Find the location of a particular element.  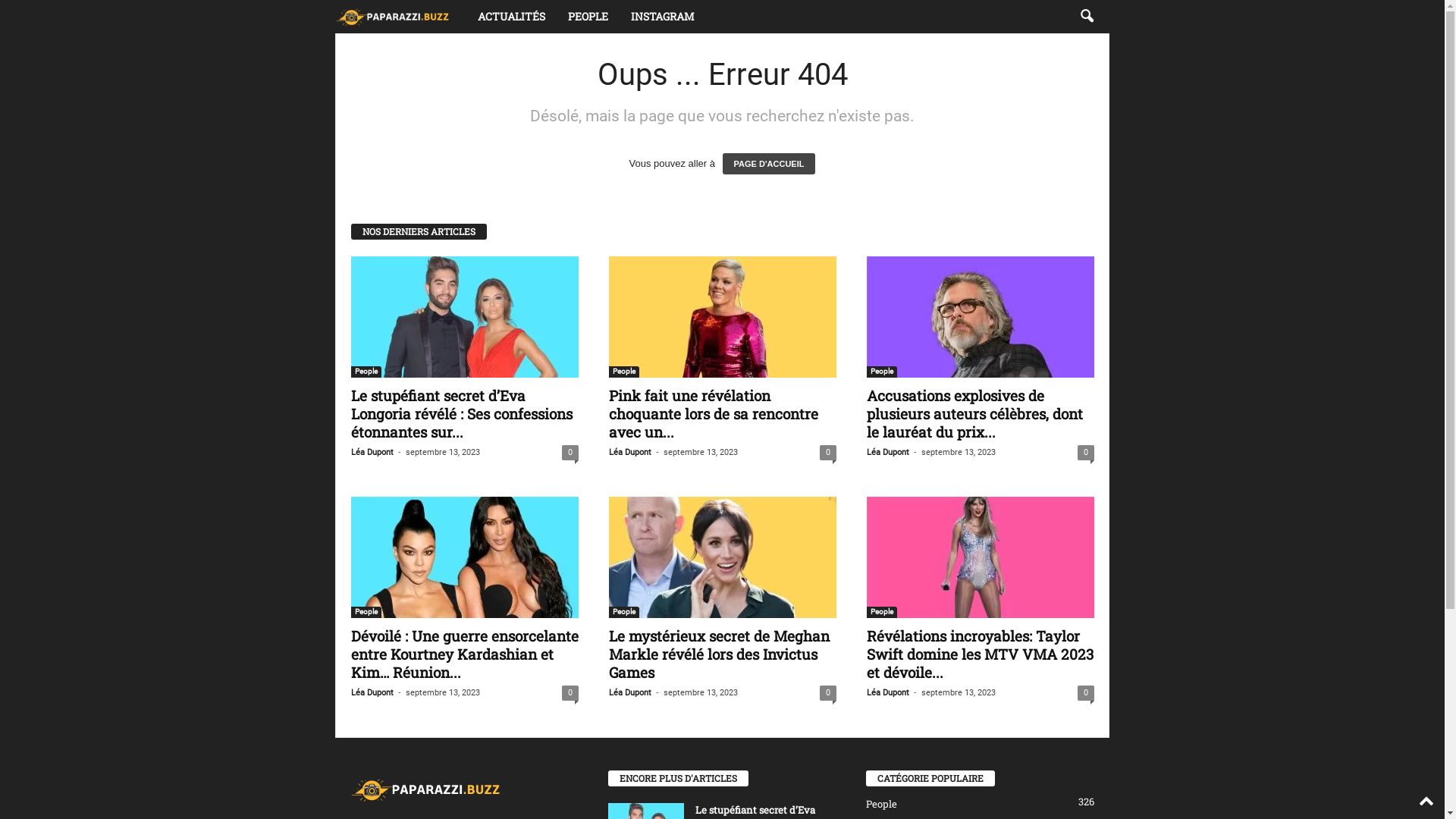

'Paparazzi' is located at coordinates (393, 17).